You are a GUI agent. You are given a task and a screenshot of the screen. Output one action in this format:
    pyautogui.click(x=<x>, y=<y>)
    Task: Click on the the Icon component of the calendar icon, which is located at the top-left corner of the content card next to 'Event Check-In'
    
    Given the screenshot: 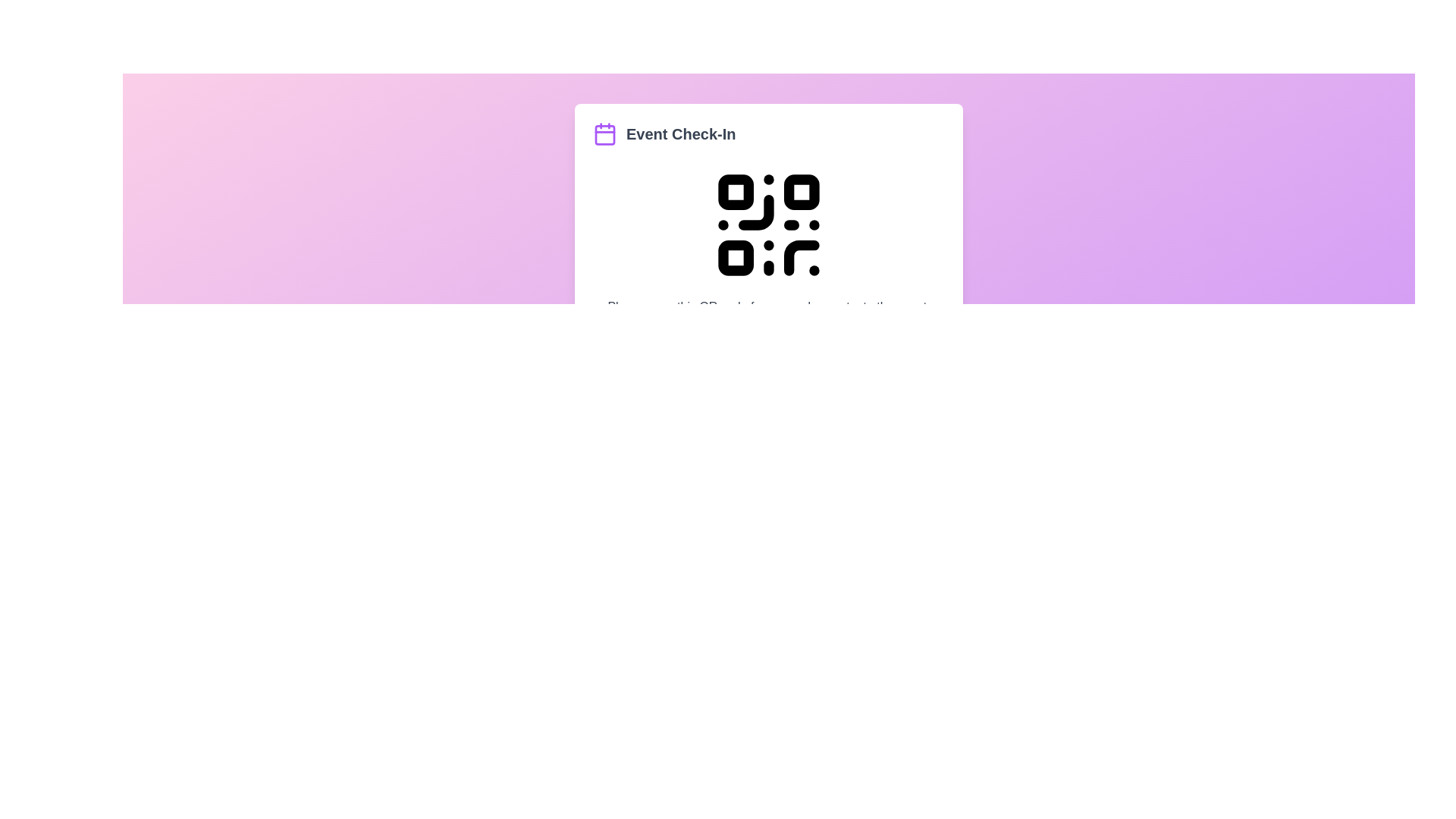 What is the action you would take?
    pyautogui.click(x=604, y=133)
    